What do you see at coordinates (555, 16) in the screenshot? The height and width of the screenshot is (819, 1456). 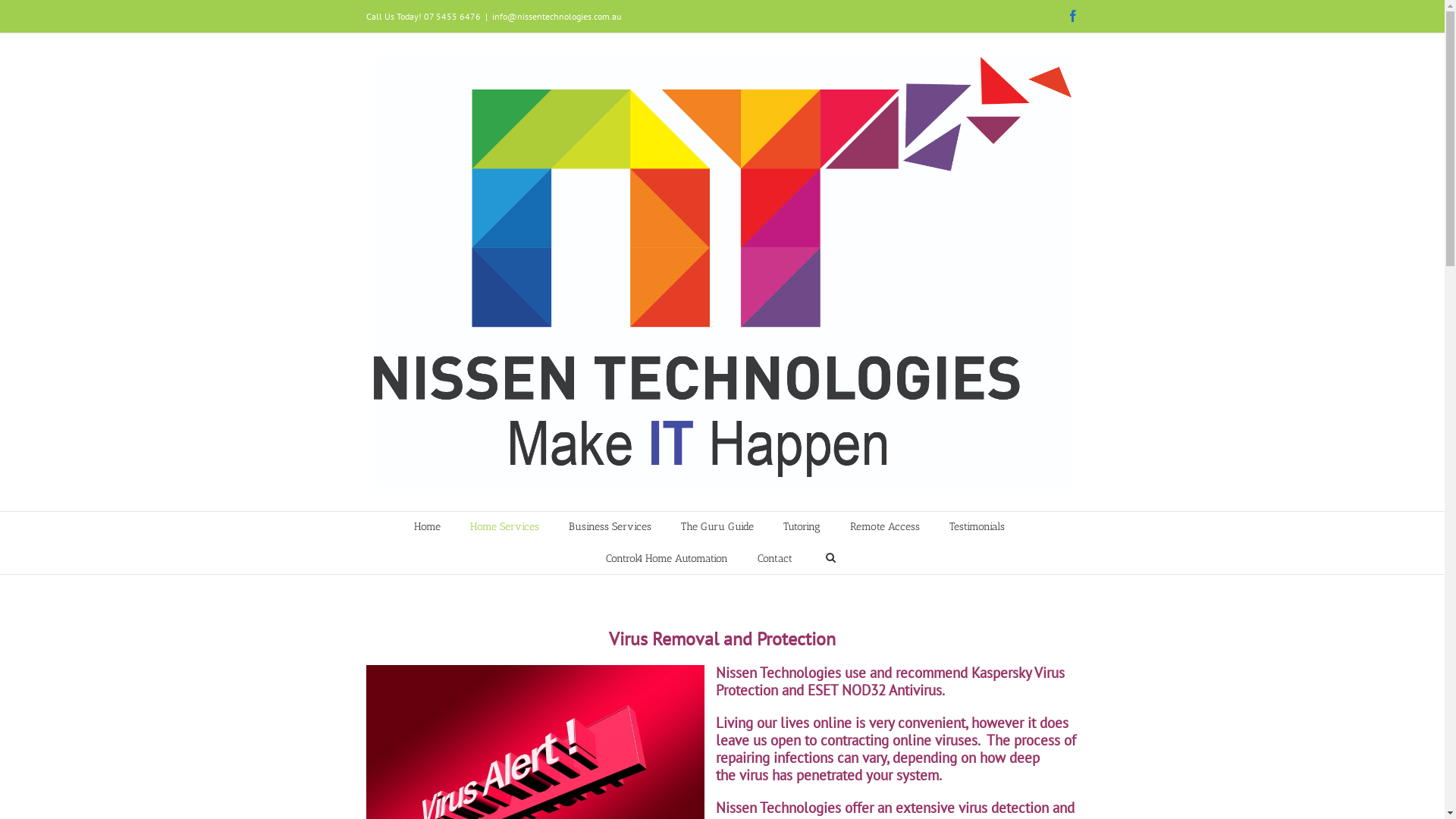 I see `'info@nissentechnologies.com.au'` at bounding box center [555, 16].